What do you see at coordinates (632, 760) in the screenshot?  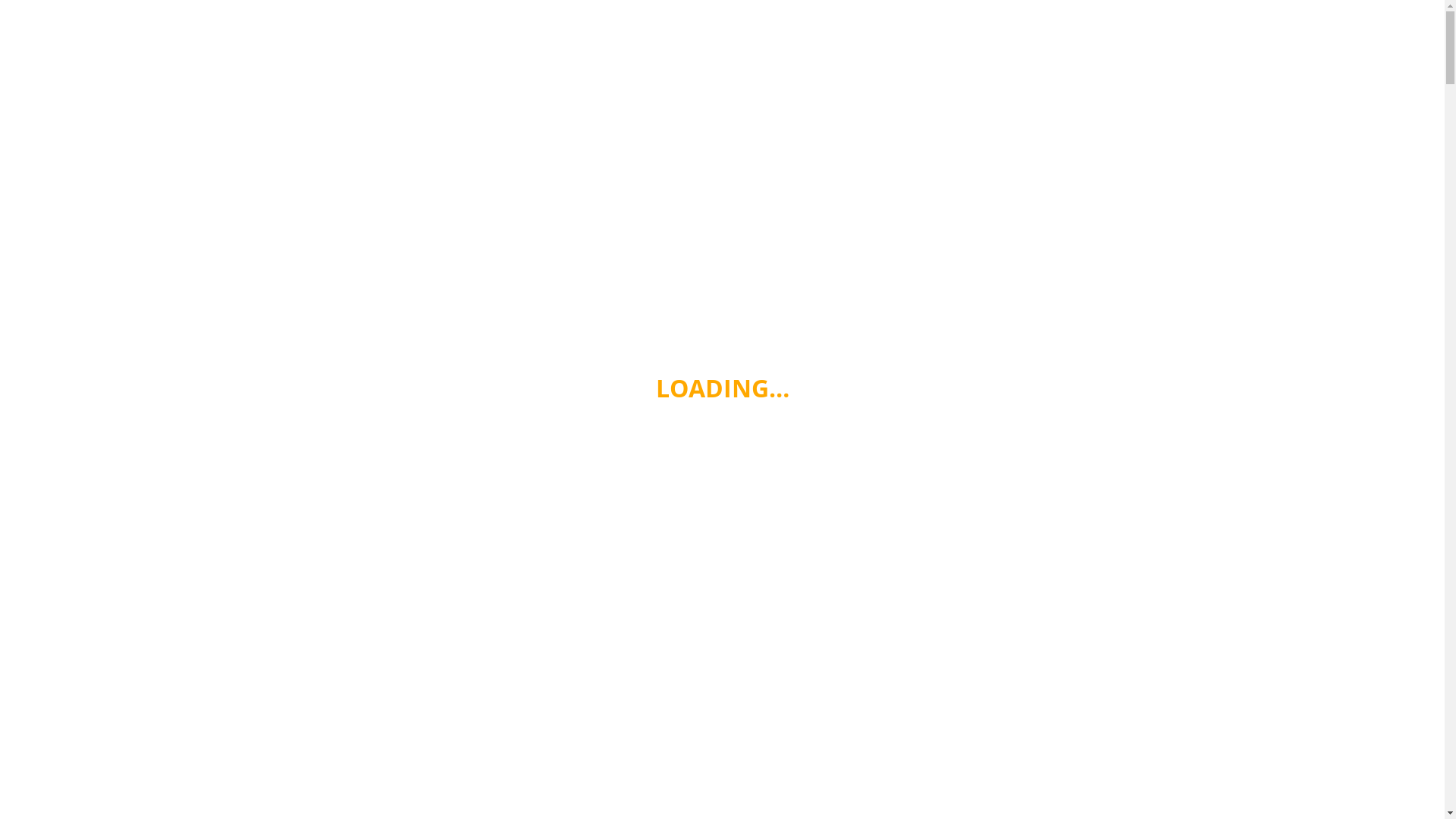 I see `'6 Ways to Use Kelp Noodles'` at bounding box center [632, 760].